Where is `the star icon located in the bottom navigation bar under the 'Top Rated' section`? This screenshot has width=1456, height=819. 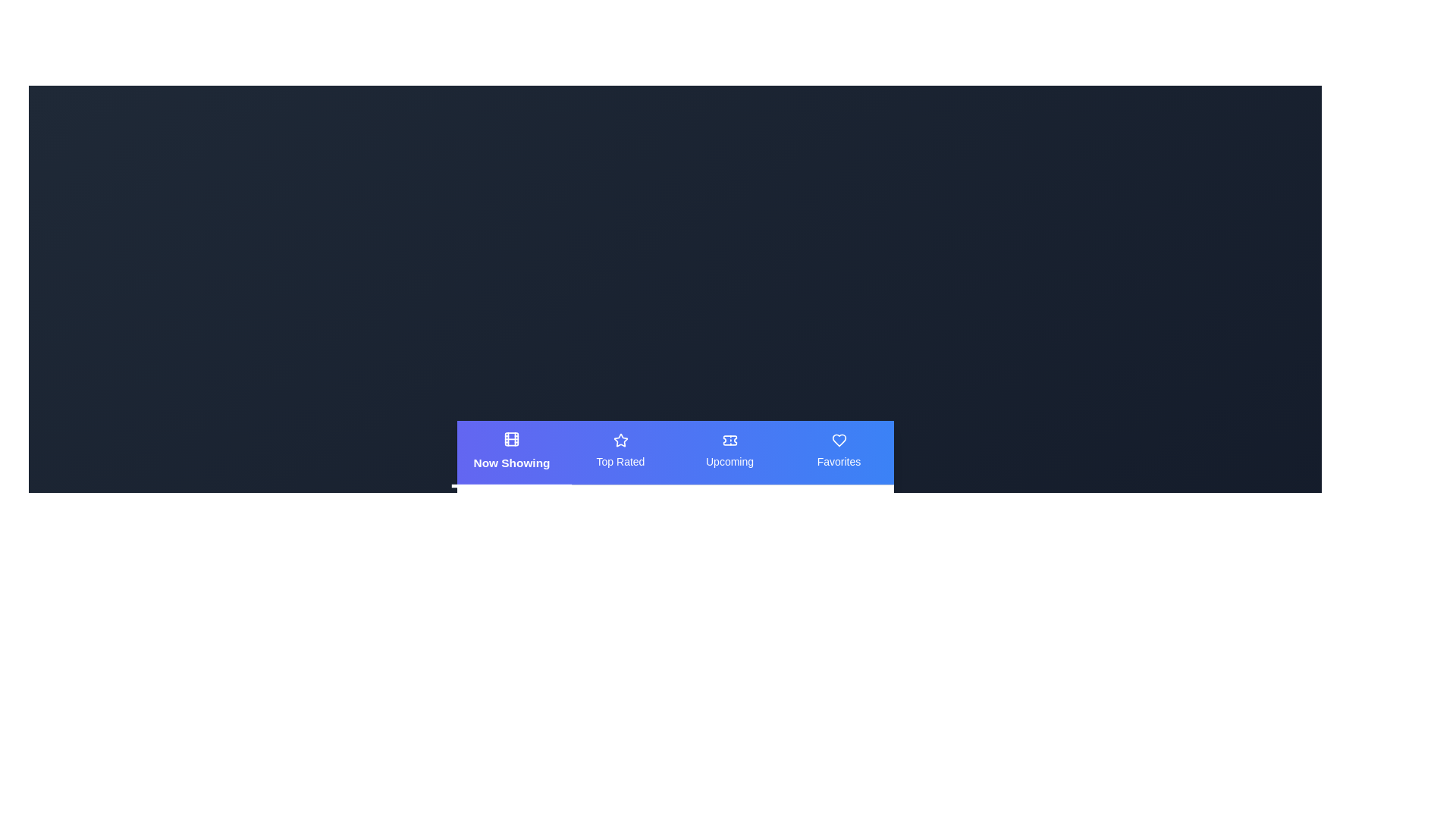 the star icon located in the bottom navigation bar under the 'Top Rated' section is located at coordinates (620, 440).